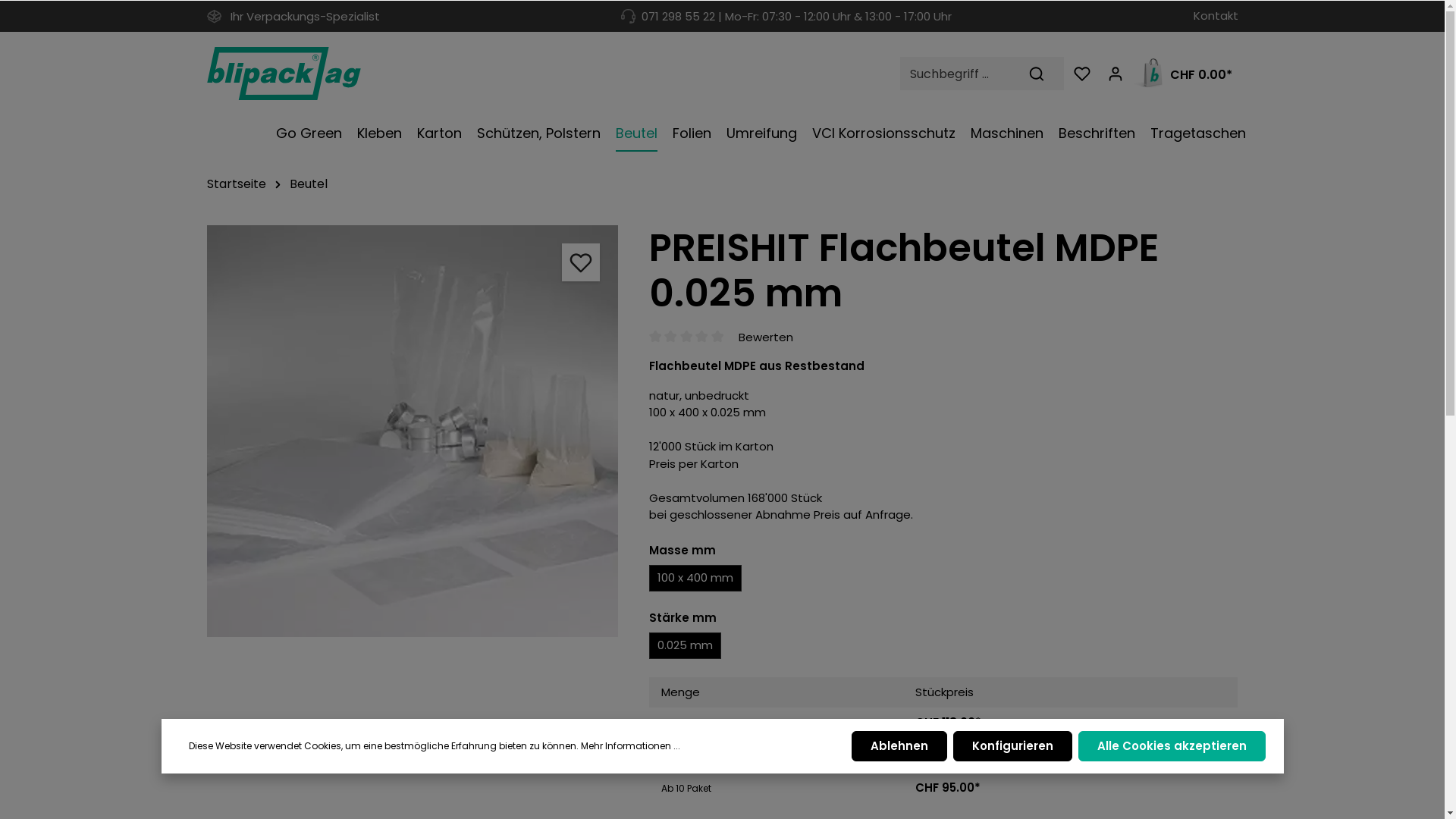  Describe the element at coordinates (765, 336) in the screenshot. I see `'Bewerten'` at that location.